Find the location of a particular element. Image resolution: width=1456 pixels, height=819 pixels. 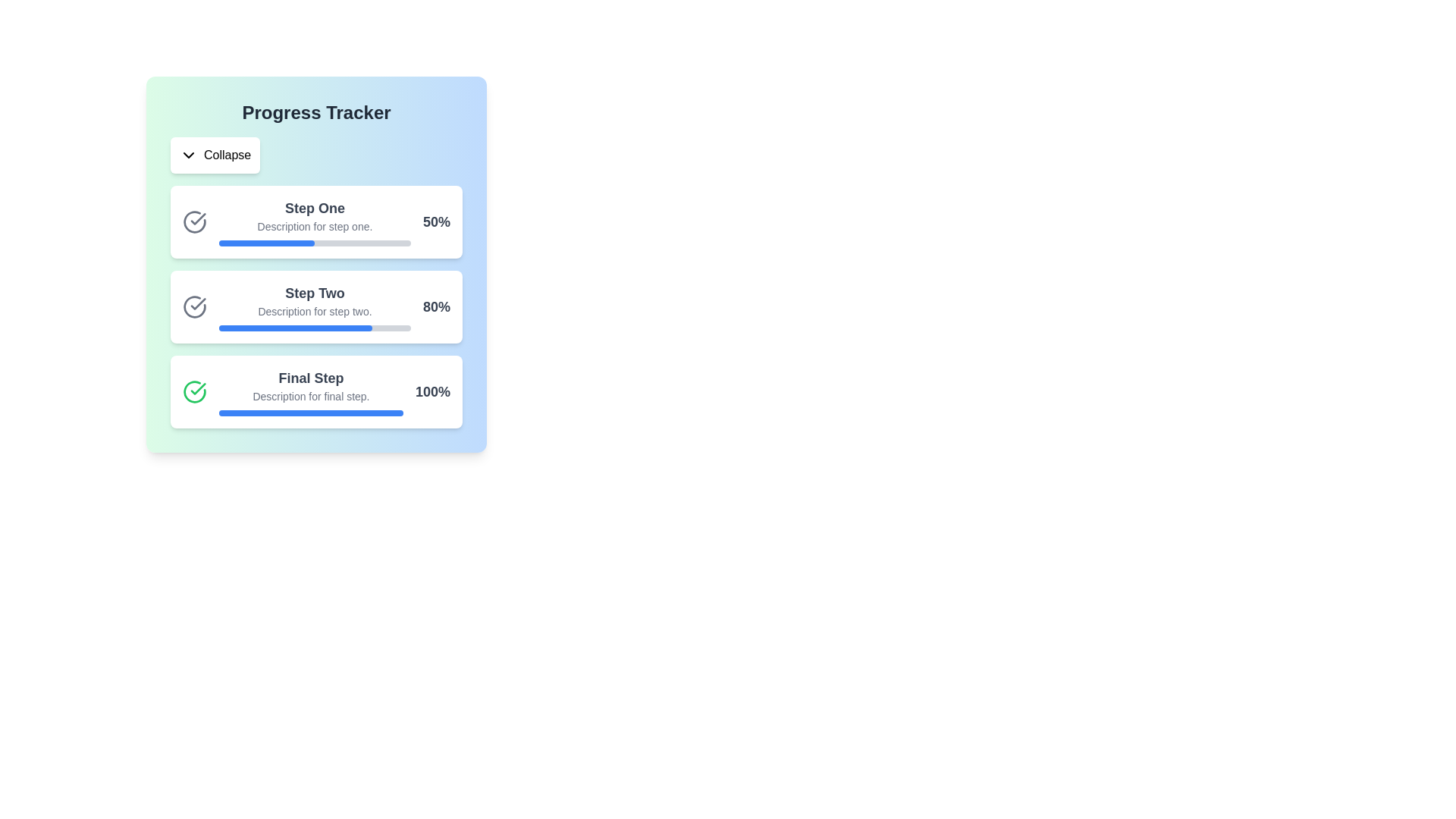

the Progress bar indicating 80% completion for 'Step Two' in the Progress Tracker layout is located at coordinates (314, 327).